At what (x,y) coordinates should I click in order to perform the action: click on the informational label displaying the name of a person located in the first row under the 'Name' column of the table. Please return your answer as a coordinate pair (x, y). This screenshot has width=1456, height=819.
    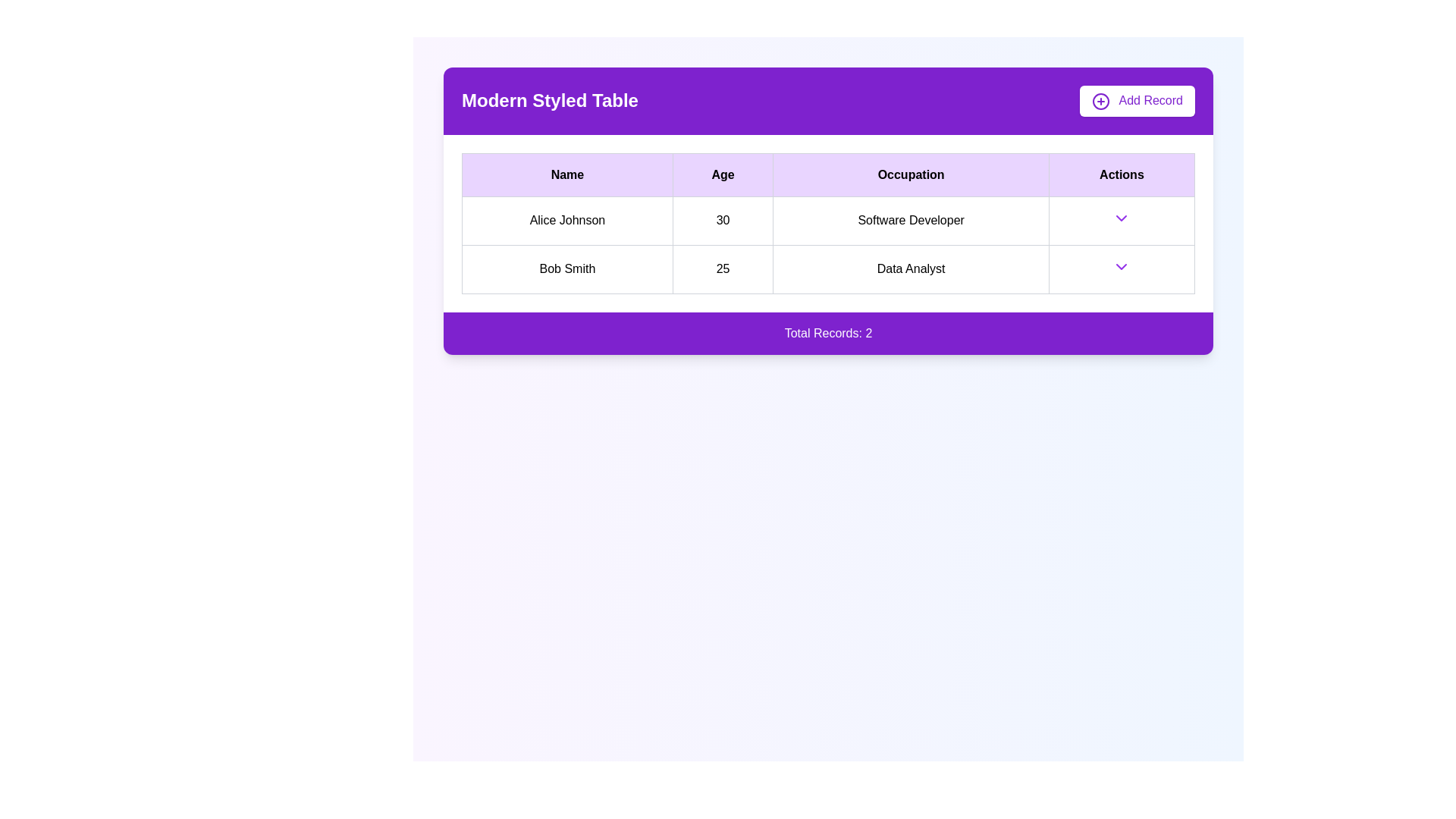
    Looking at the image, I should click on (566, 221).